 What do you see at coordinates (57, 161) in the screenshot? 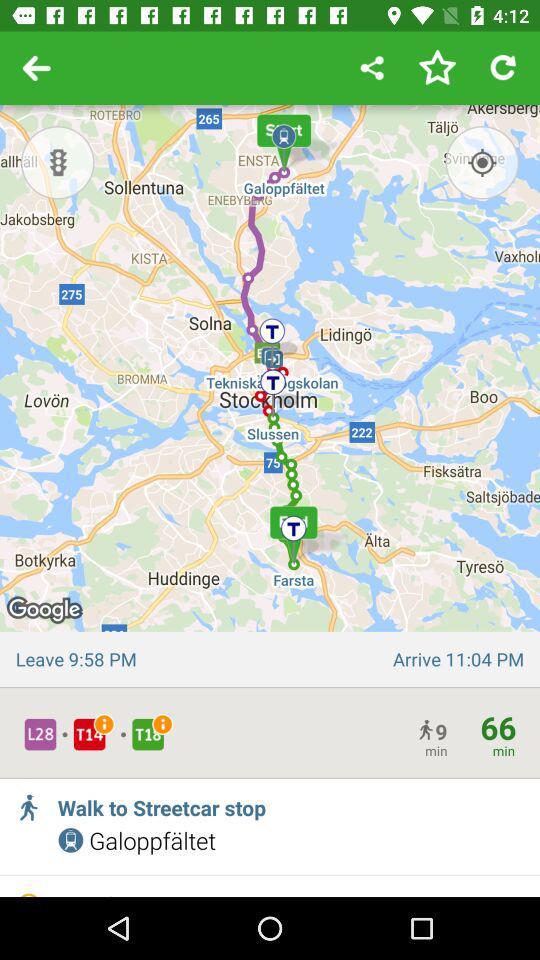
I see `traffic lights` at bounding box center [57, 161].